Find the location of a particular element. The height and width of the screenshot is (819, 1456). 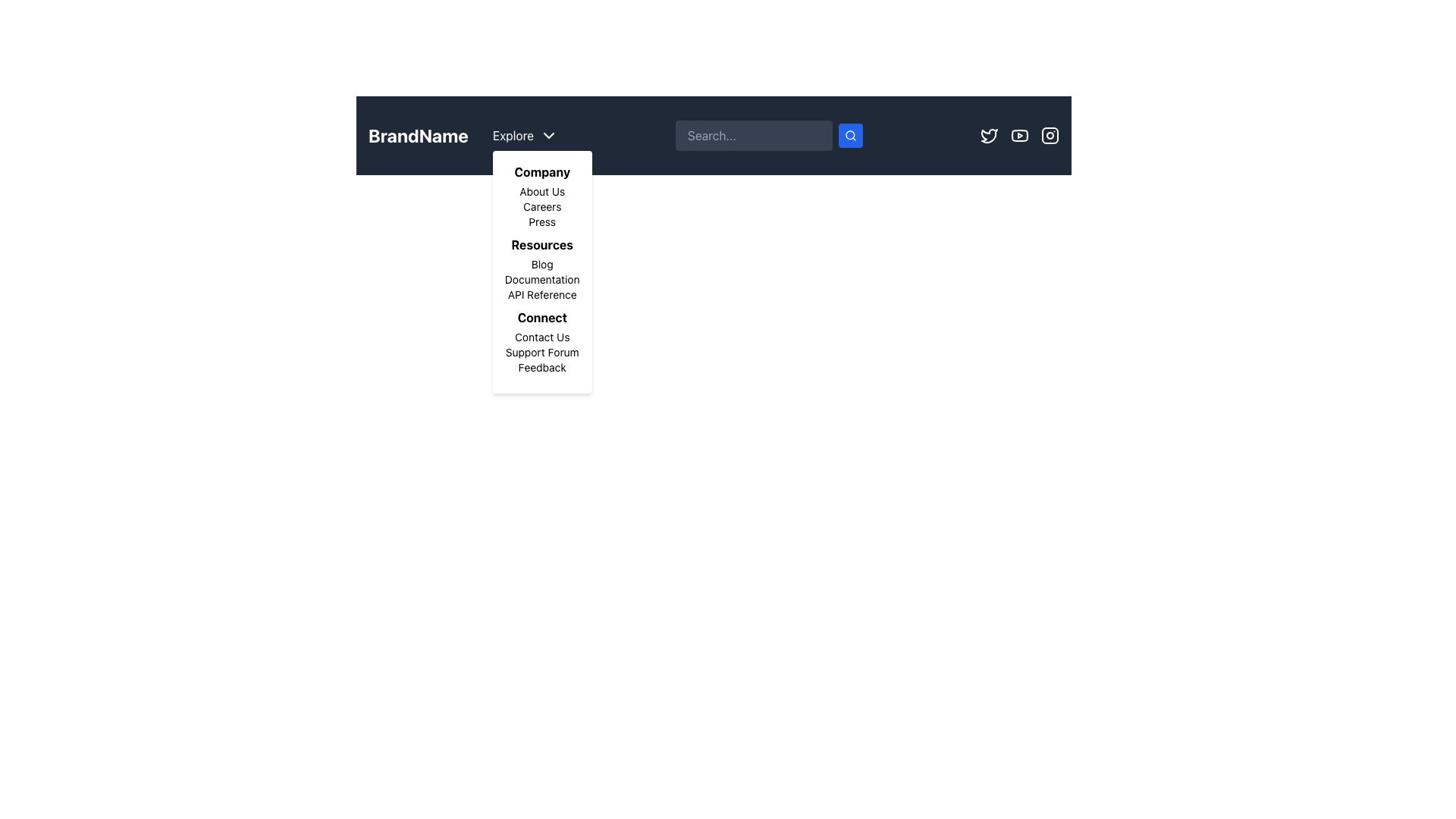

the 'Connect' menu section in the dropdown under 'Explore' to observe the underline hover effect on the links: 'Contact Us,' 'Support Forum,' and 'Feedback.' is located at coordinates (542, 342).